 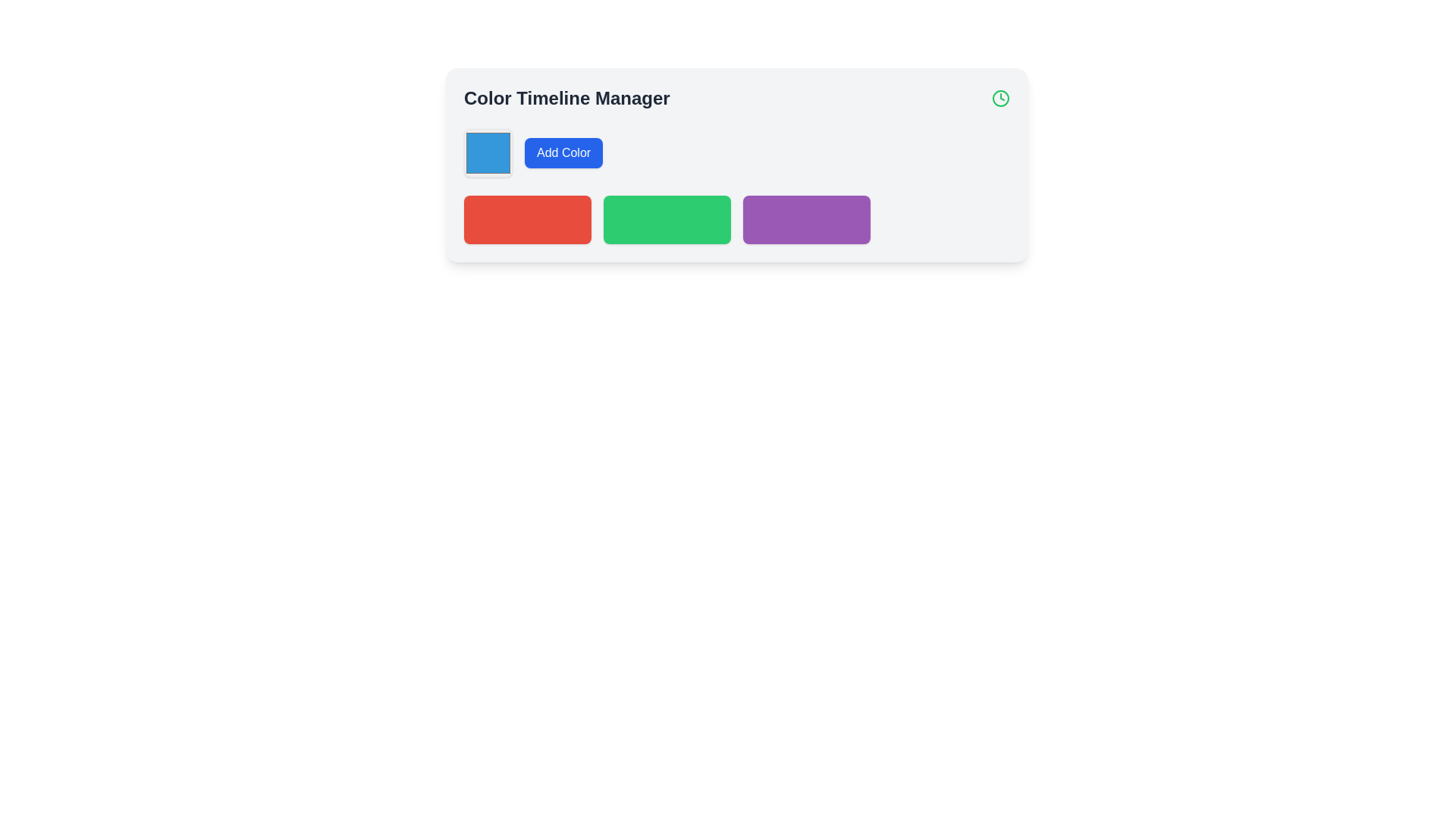 What do you see at coordinates (488, 152) in the screenshot?
I see `the solid blue square color indicator located in the 'Color Timeline Manager' panel` at bounding box center [488, 152].